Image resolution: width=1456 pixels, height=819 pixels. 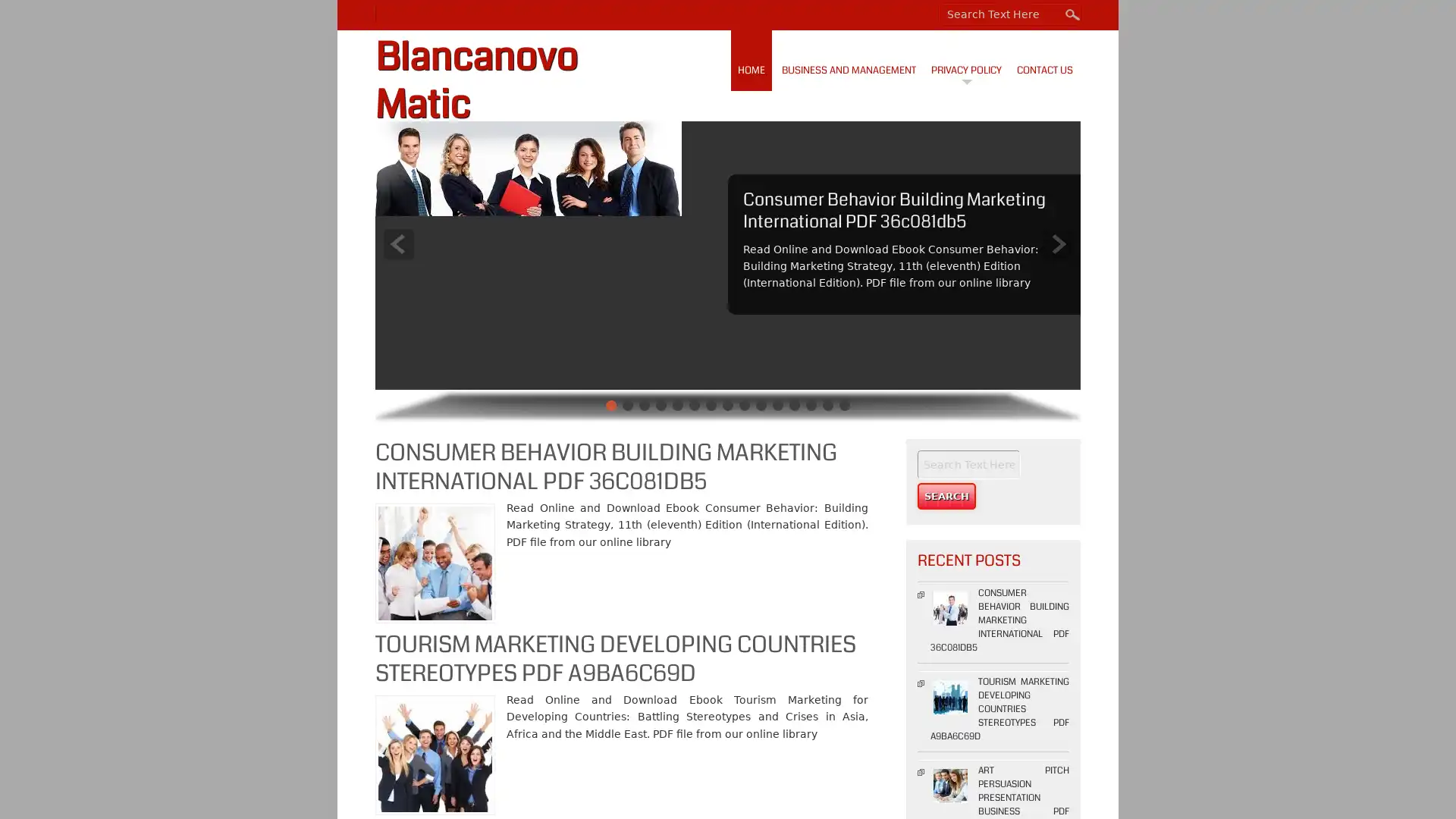 What do you see at coordinates (946, 496) in the screenshot?
I see `Search` at bounding box center [946, 496].